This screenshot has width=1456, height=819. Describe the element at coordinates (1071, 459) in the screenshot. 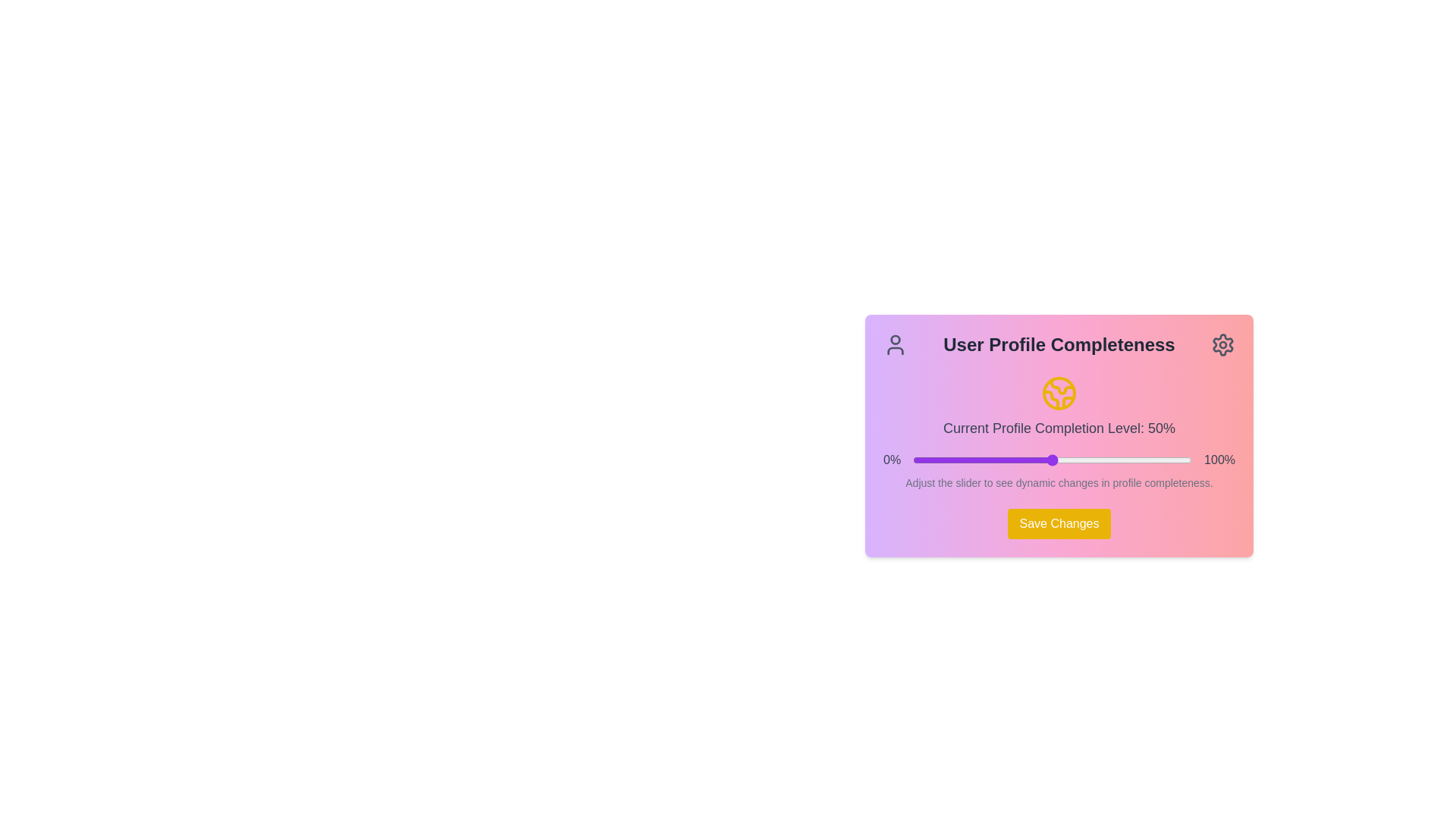

I see `the profile completion percentage` at that location.